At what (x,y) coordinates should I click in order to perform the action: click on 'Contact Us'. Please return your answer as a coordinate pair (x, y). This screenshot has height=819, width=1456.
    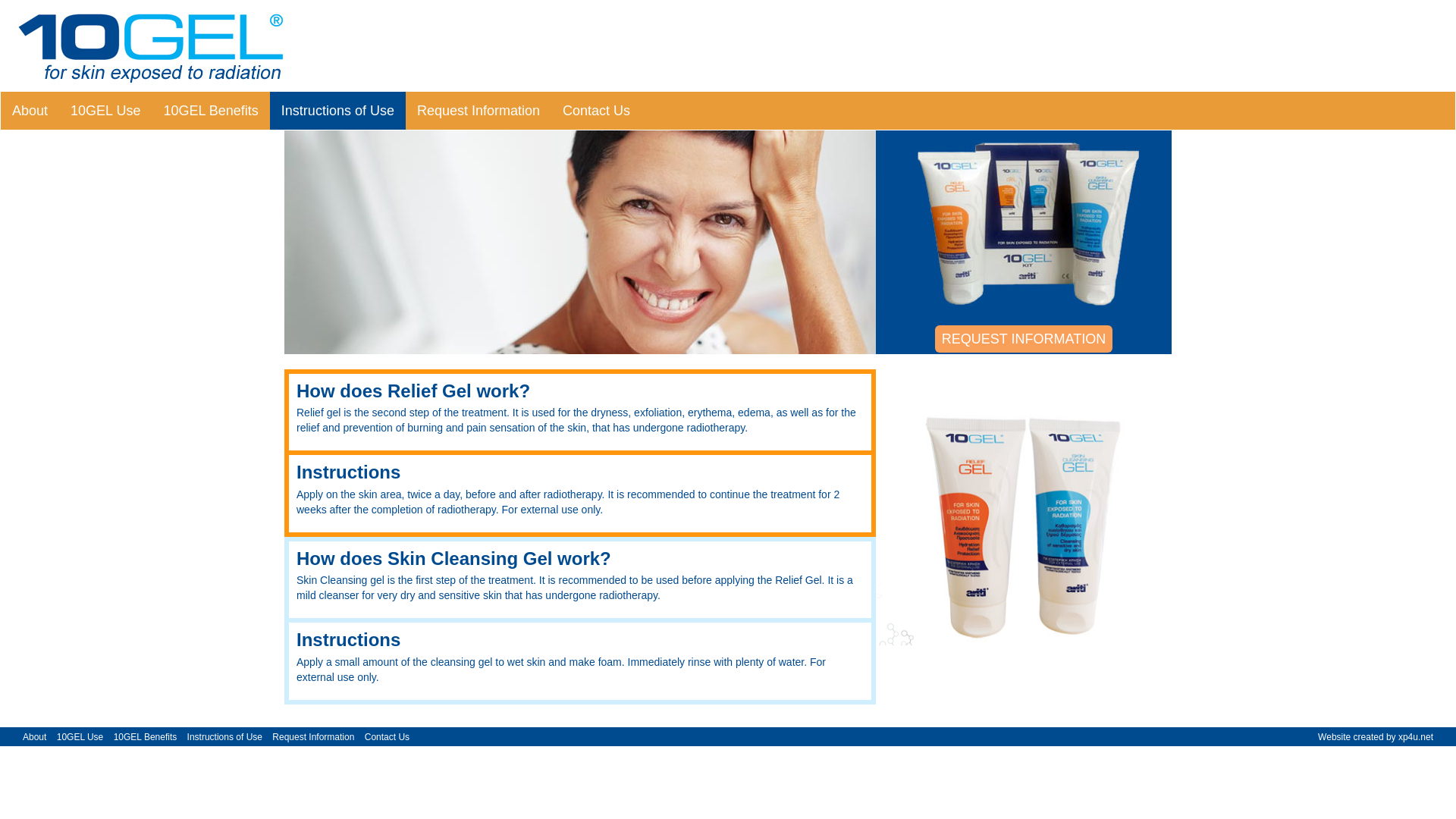
    Looking at the image, I should click on (388, 736).